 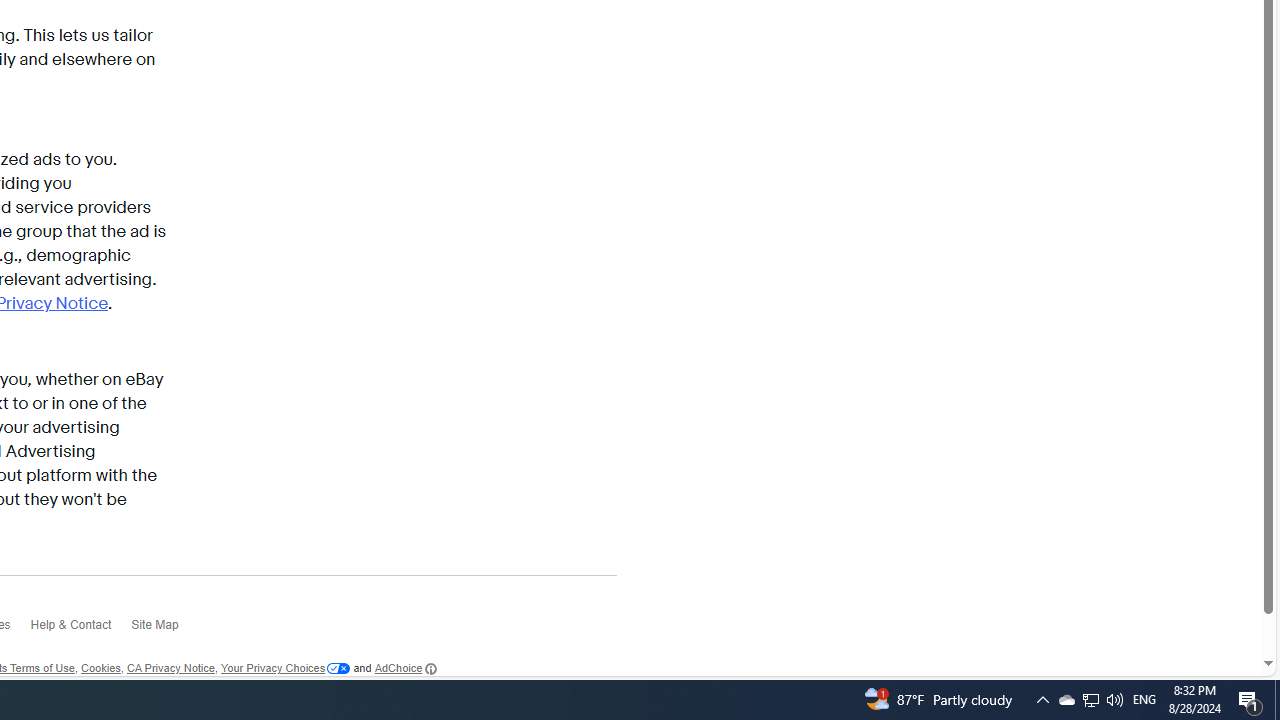 What do you see at coordinates (164, 628) in the screenshot?
I see `'Site Map'` at bounding box center [164, 628].